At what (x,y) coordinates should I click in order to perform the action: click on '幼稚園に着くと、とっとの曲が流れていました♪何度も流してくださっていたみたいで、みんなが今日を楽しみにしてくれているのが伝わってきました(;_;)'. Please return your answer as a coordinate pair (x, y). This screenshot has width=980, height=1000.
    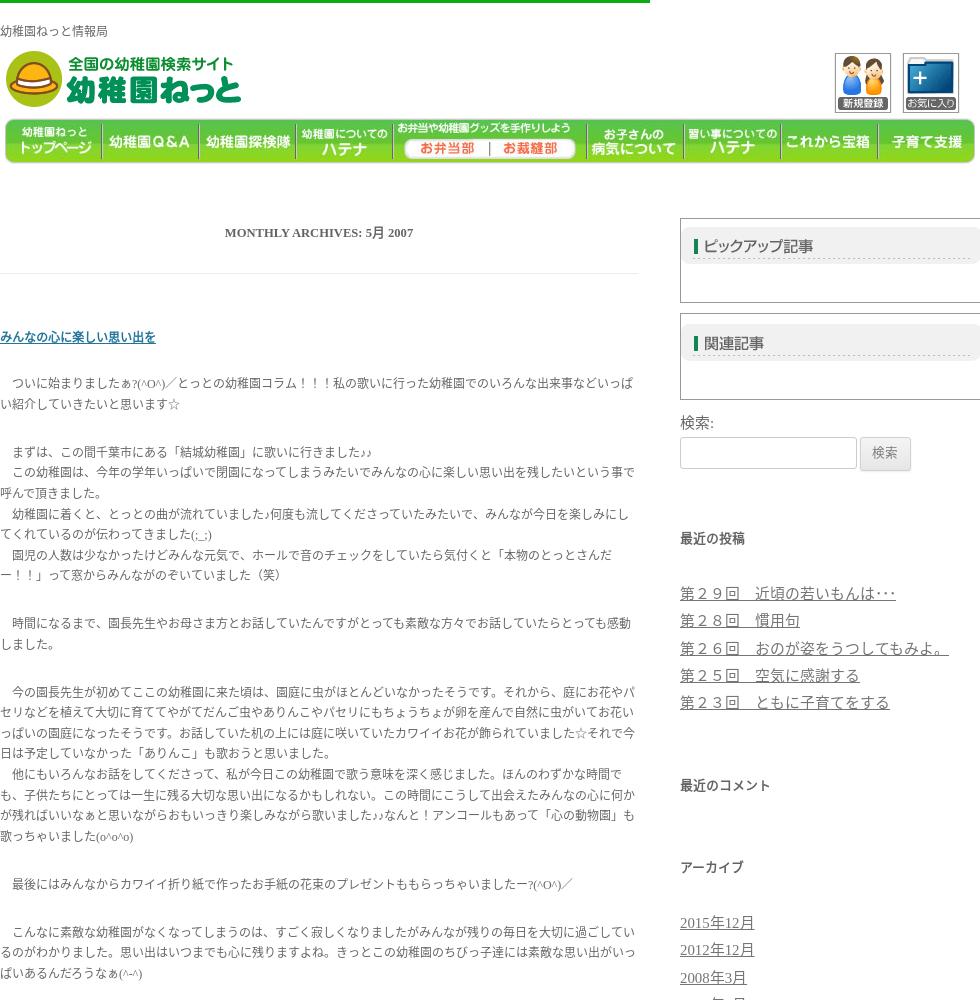
    Looking at the image, I should click on (314, 524).